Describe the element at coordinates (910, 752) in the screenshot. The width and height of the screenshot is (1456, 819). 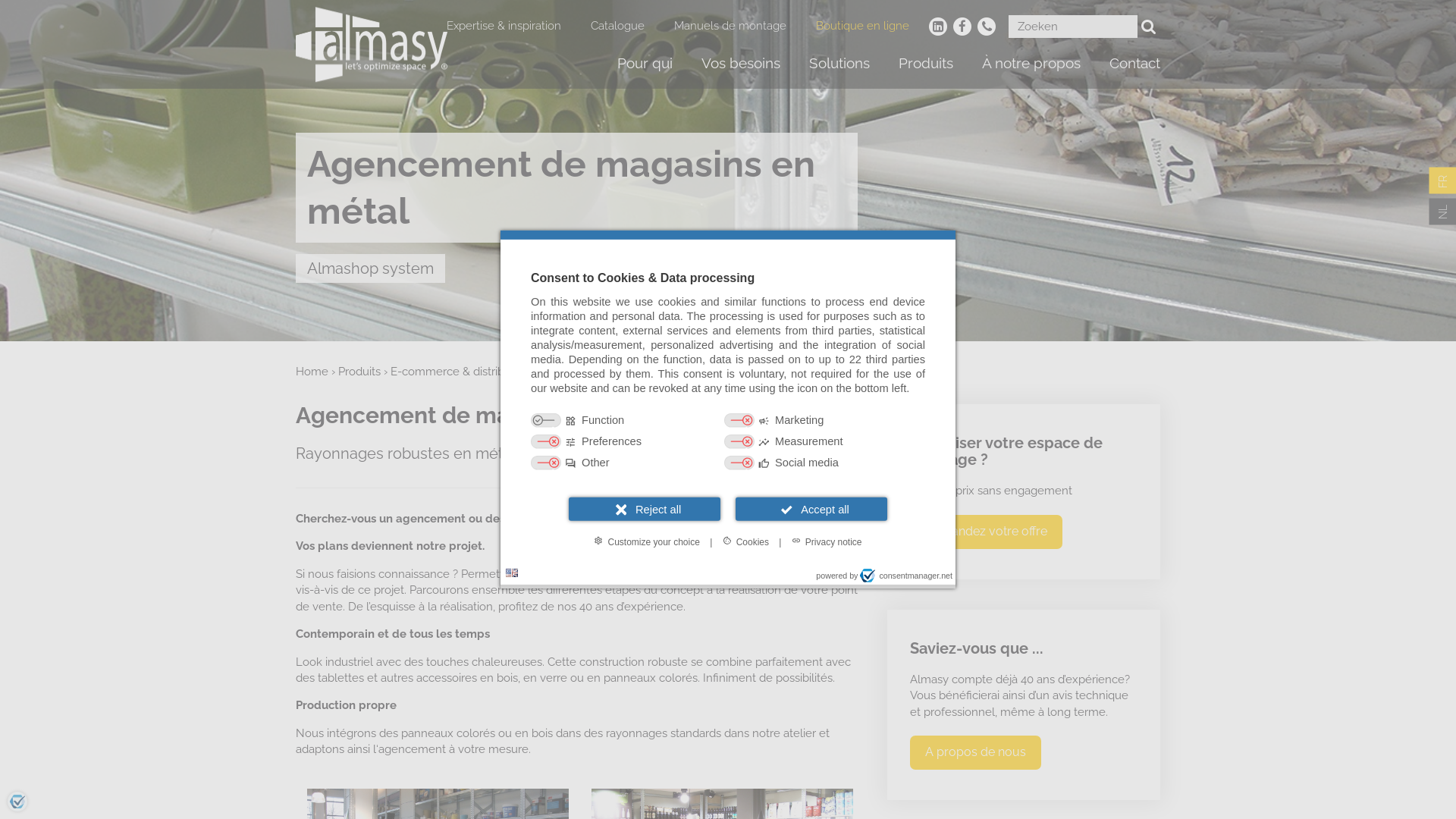
I see `'A propos de nous'` at that location.